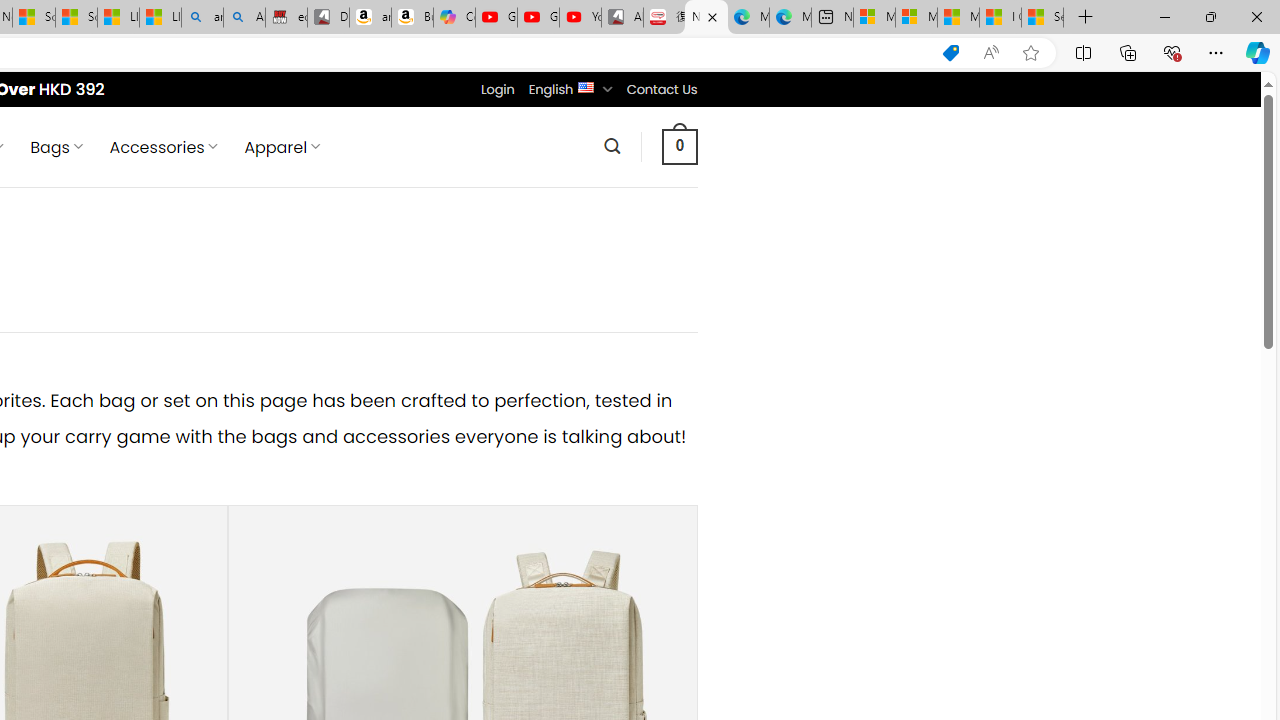 The width and height of the screenshot is (1280, 720). Describe the element at coordinates (679, 145) in the screenshot. I see `' 0 '` at that location.